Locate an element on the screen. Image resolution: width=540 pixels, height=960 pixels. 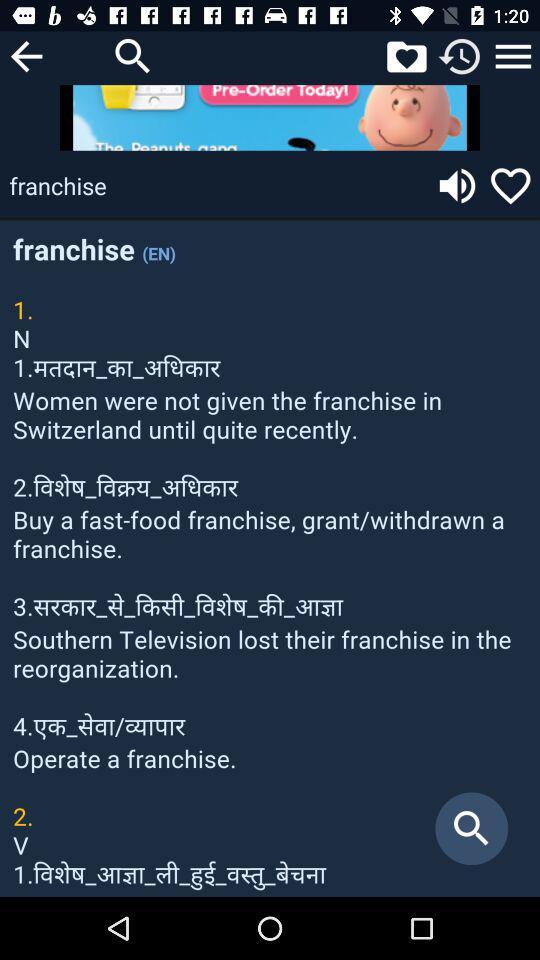
click on advertisement is located at coordinates (270, 117).